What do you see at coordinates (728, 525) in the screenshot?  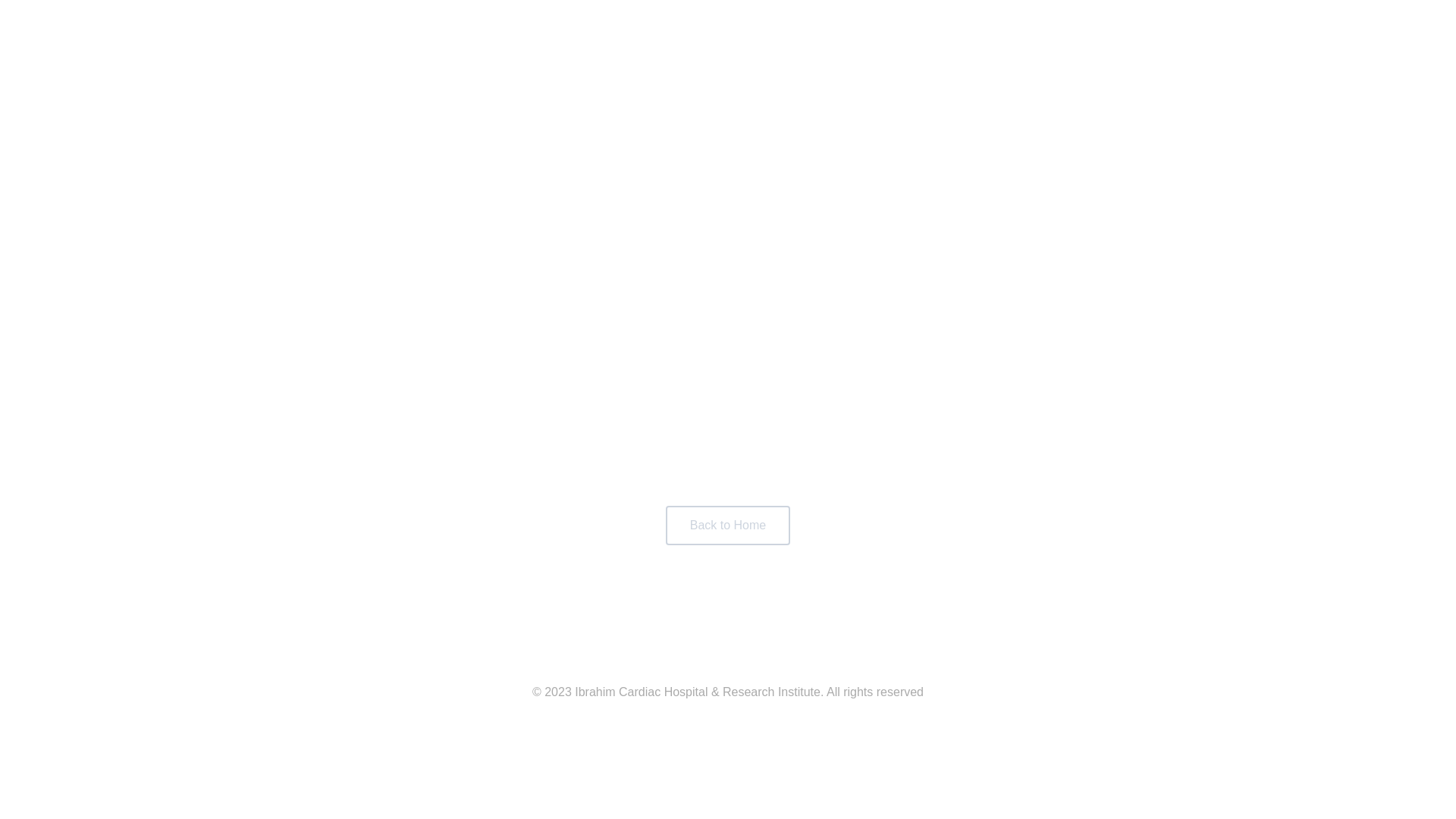 I see `'Back to Home'` at bounding box center [728, 525].